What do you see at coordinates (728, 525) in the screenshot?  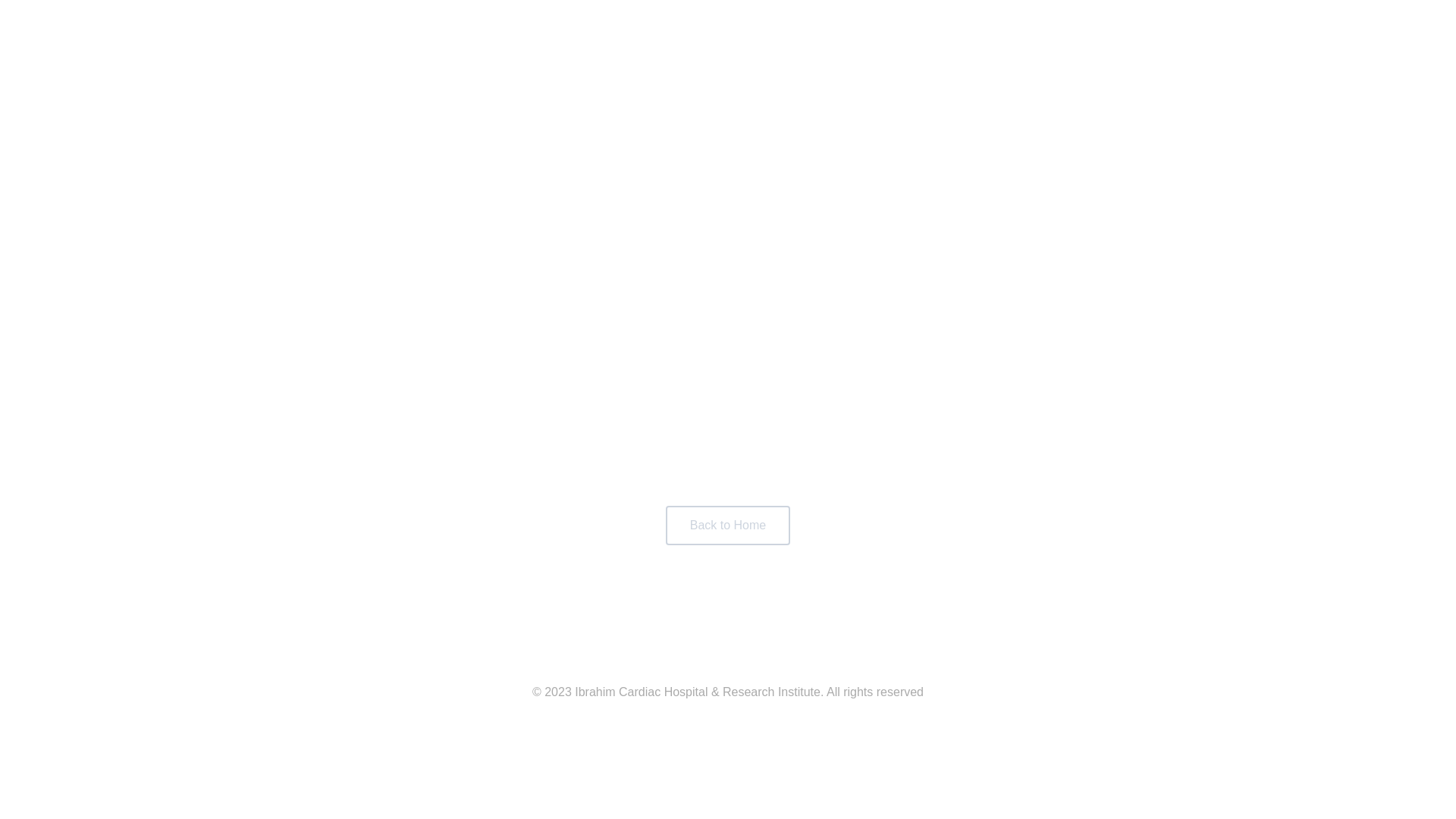 I see `'Back to Home'` at bounding box center [728, 525].